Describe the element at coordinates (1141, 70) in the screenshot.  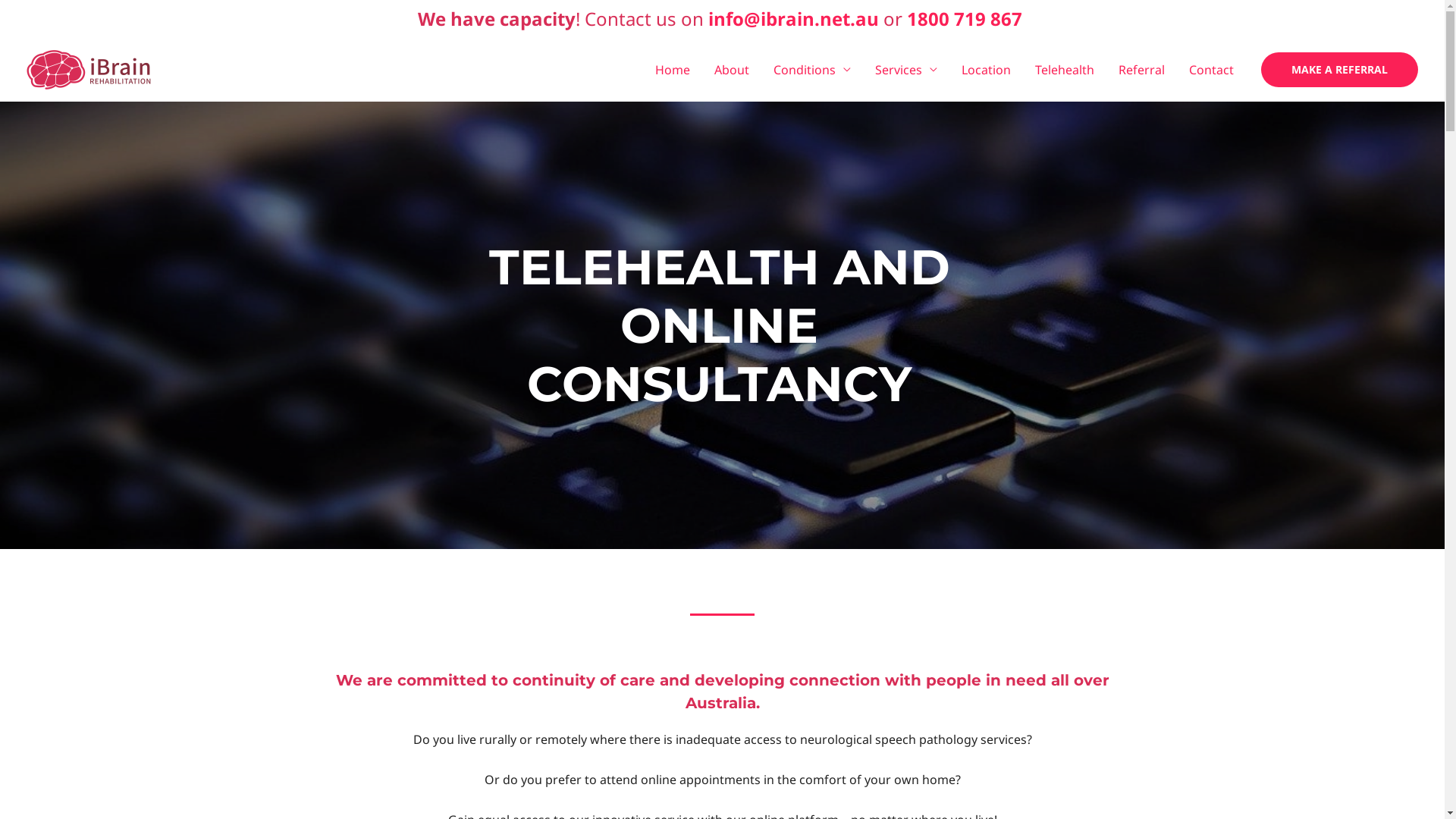
I see `'Referral'` at that location.